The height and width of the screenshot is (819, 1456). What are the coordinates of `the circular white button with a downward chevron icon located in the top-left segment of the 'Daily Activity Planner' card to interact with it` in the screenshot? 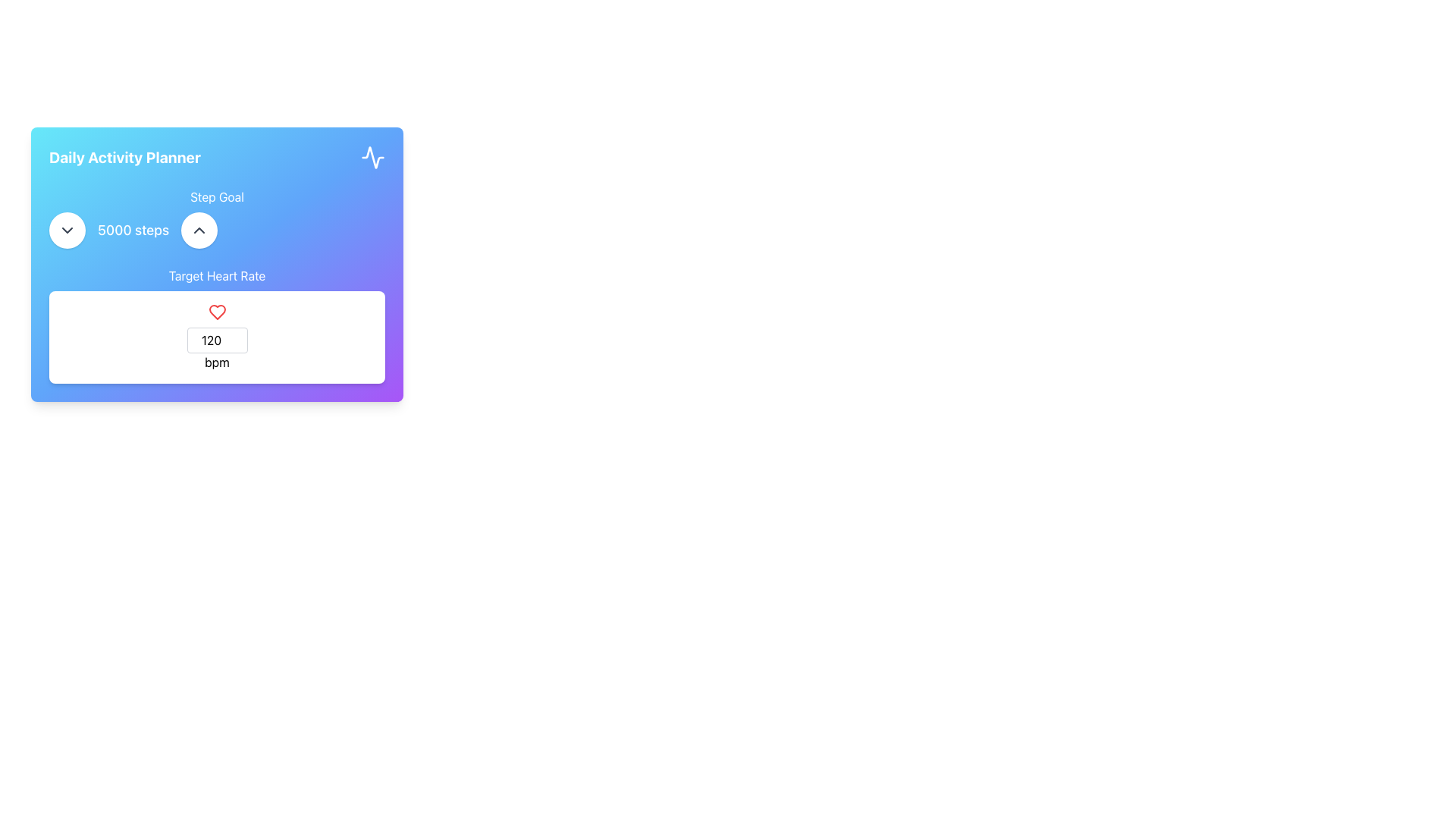 It's located at (67, 231).